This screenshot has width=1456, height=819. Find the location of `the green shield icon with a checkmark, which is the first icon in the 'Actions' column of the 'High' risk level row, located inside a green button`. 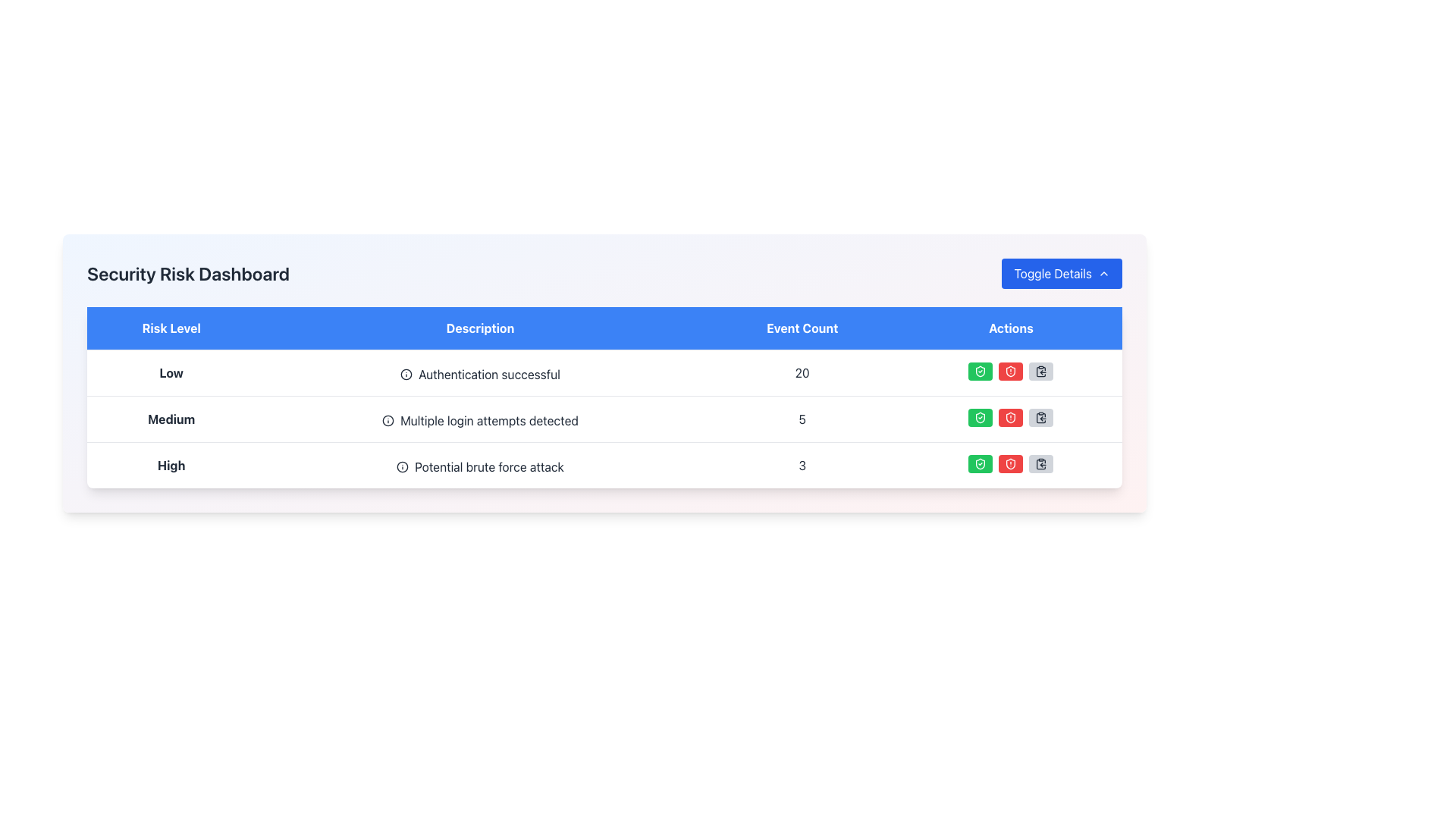

the green shield icon with a checkmark, which is the first icon in the 'Actions' column of the 'High' risk level row, located inside a green button is located at coordinates (981, 463).